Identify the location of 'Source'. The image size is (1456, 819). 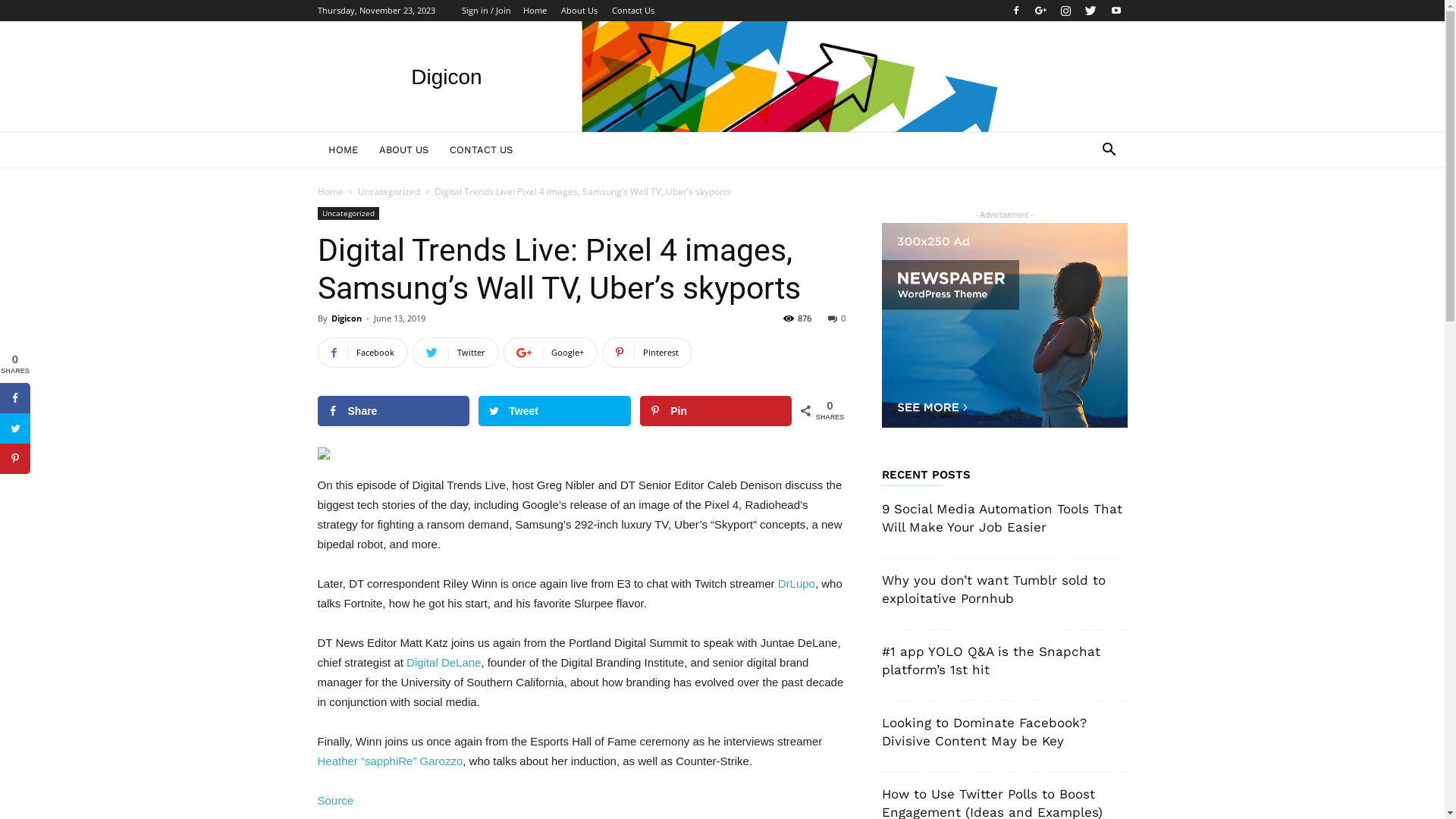
(334, 799).